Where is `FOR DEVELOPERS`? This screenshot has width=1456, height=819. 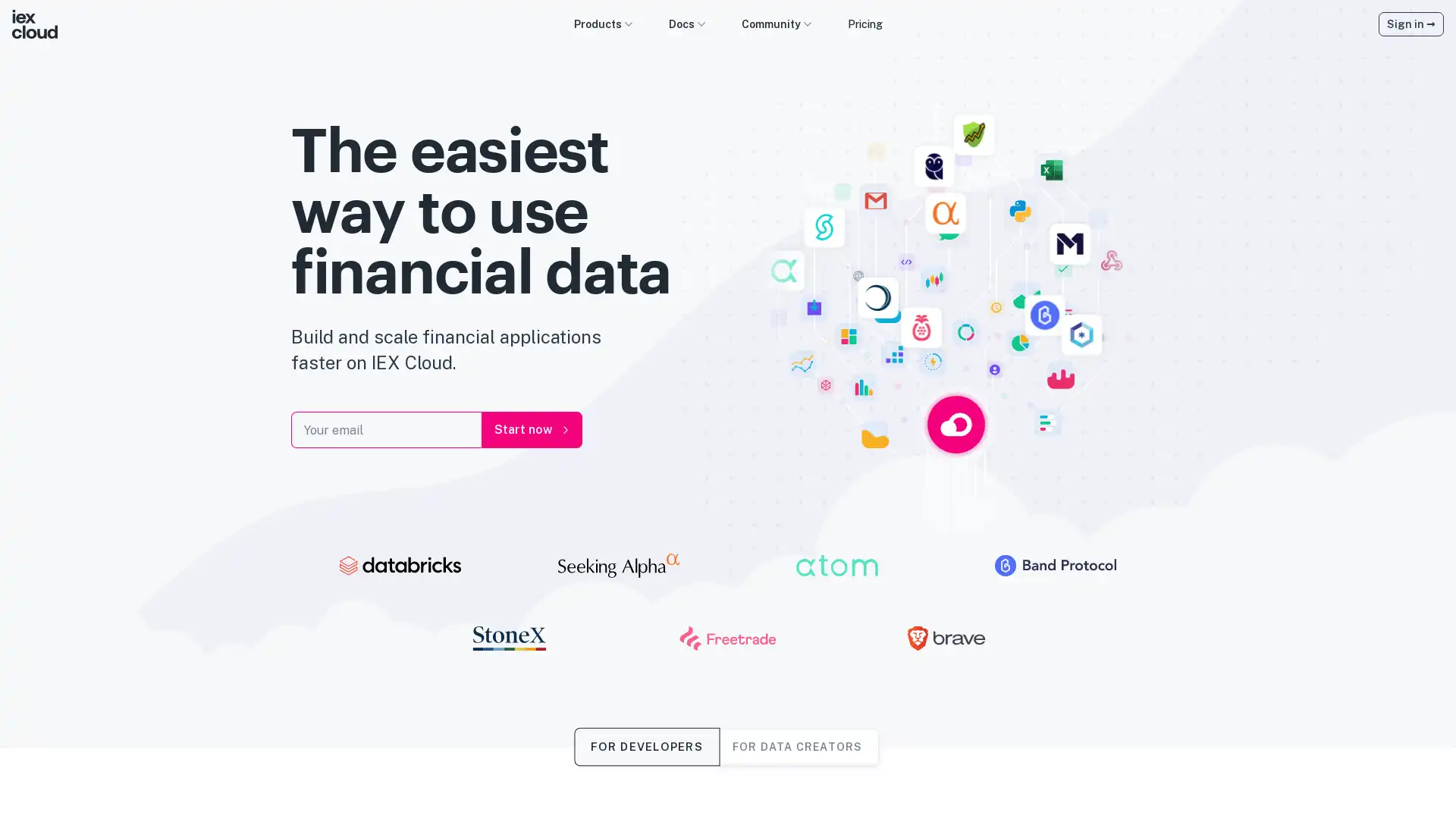 FOR DEVELOPERS is located at coordinates (646, 745).